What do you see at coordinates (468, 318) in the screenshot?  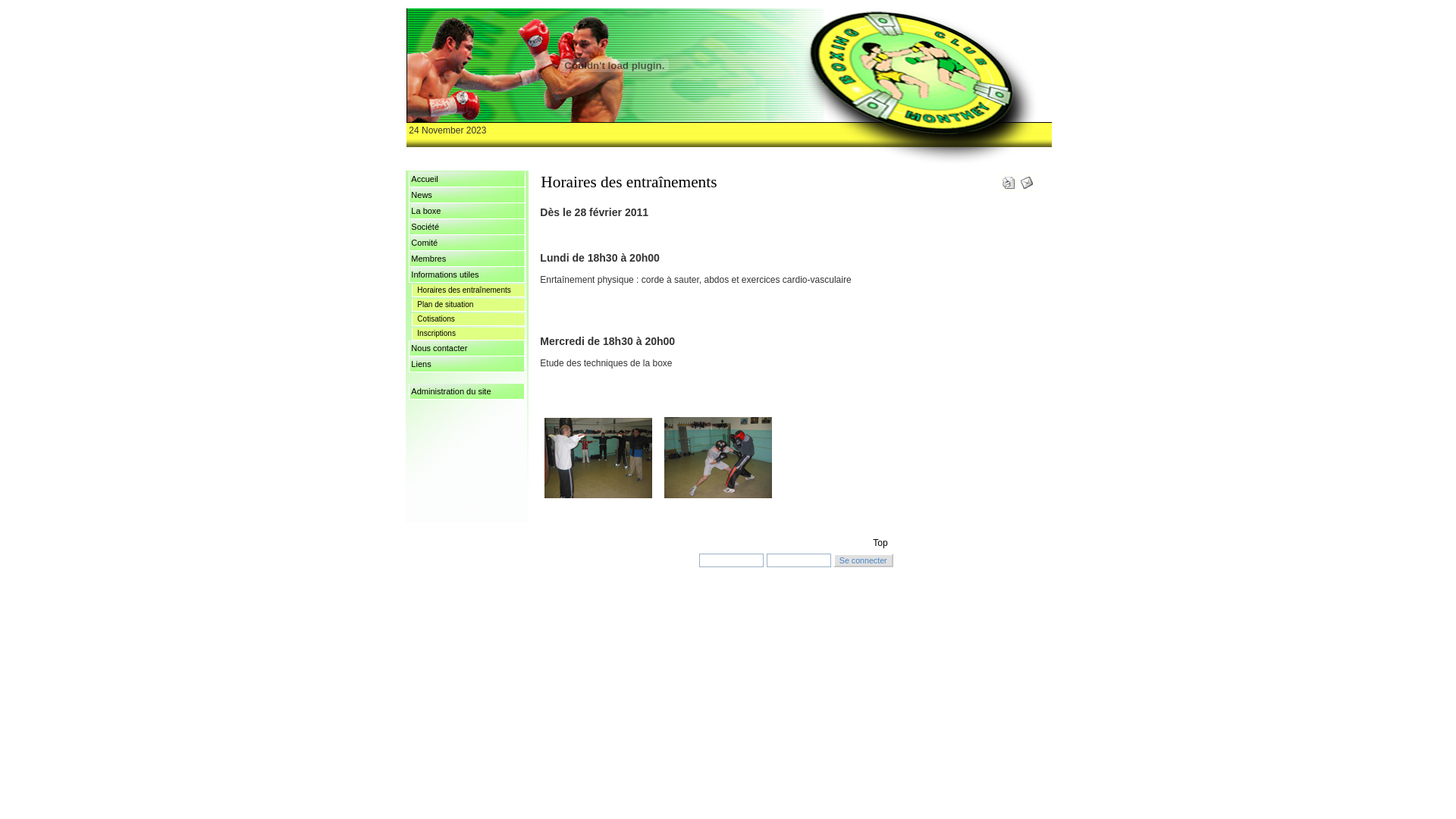 I see `'Cotisations'` at bounding box center [468, 318].